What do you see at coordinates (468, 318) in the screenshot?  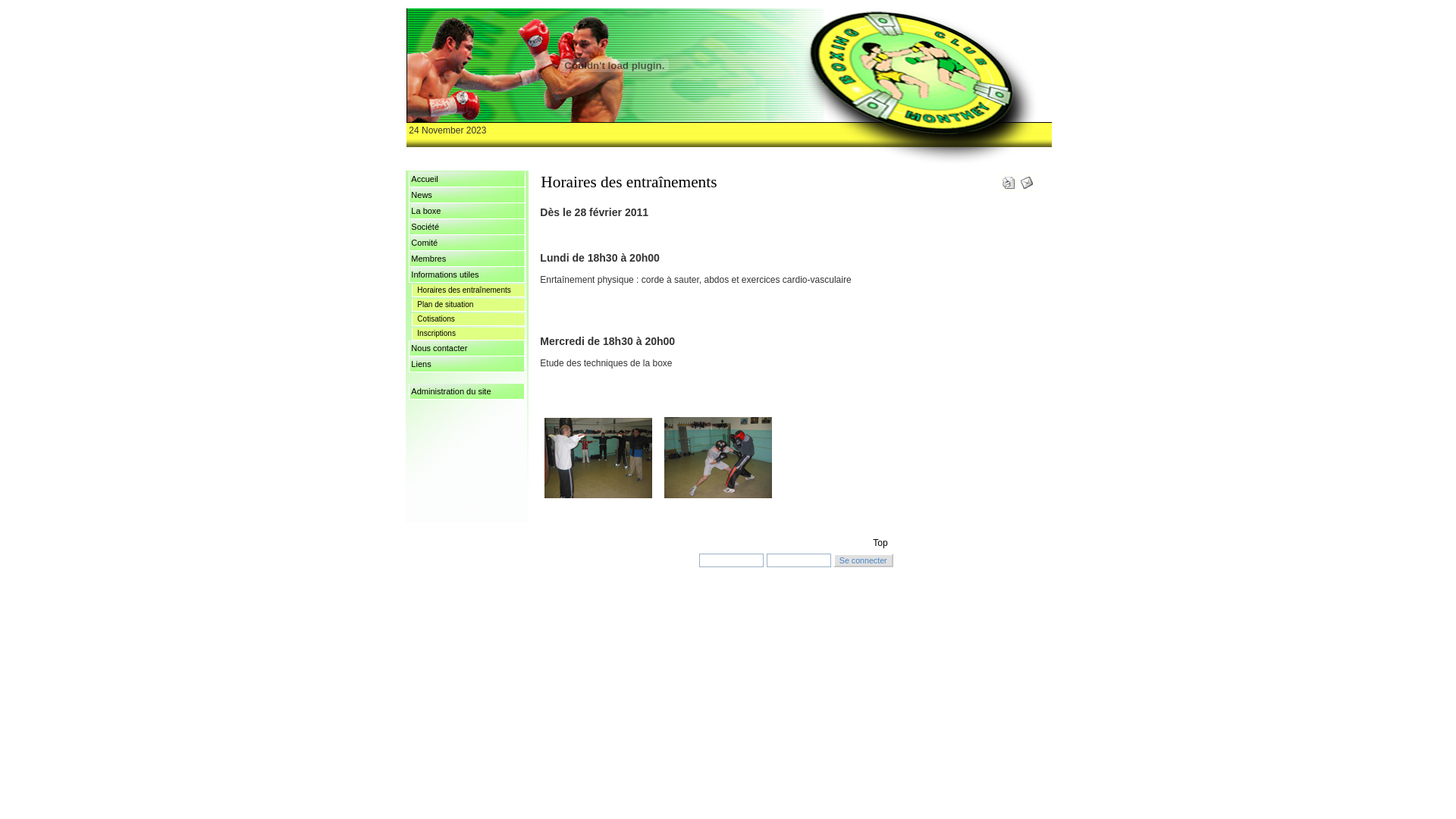 I see `'Cotisations'` at bounding box center [468, 318].